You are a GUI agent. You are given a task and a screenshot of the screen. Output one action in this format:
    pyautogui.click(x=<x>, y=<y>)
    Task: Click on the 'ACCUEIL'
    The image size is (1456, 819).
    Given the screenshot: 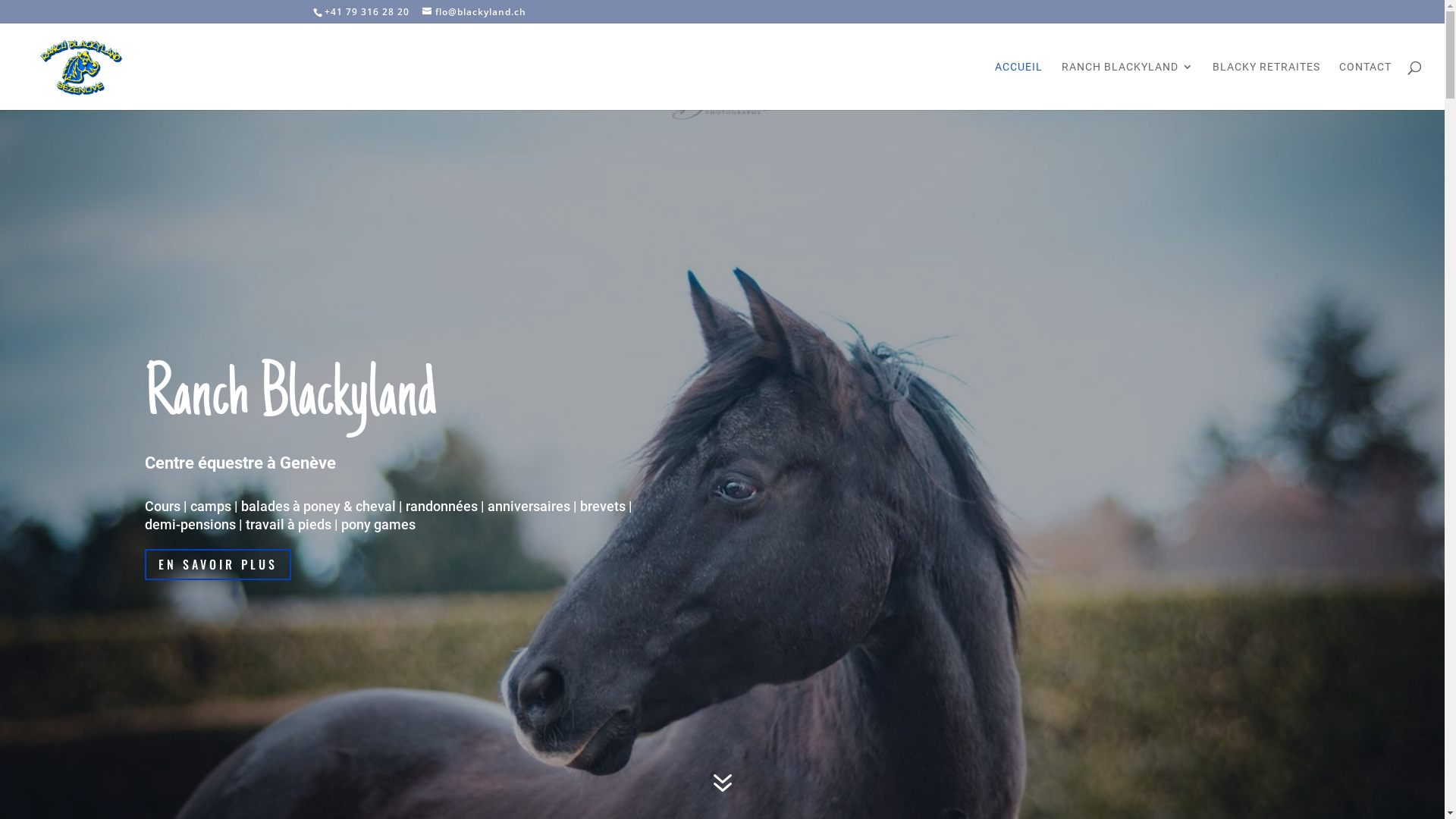 What is the action you would take?
    pyautogui.click(x=1018, y=85)
    